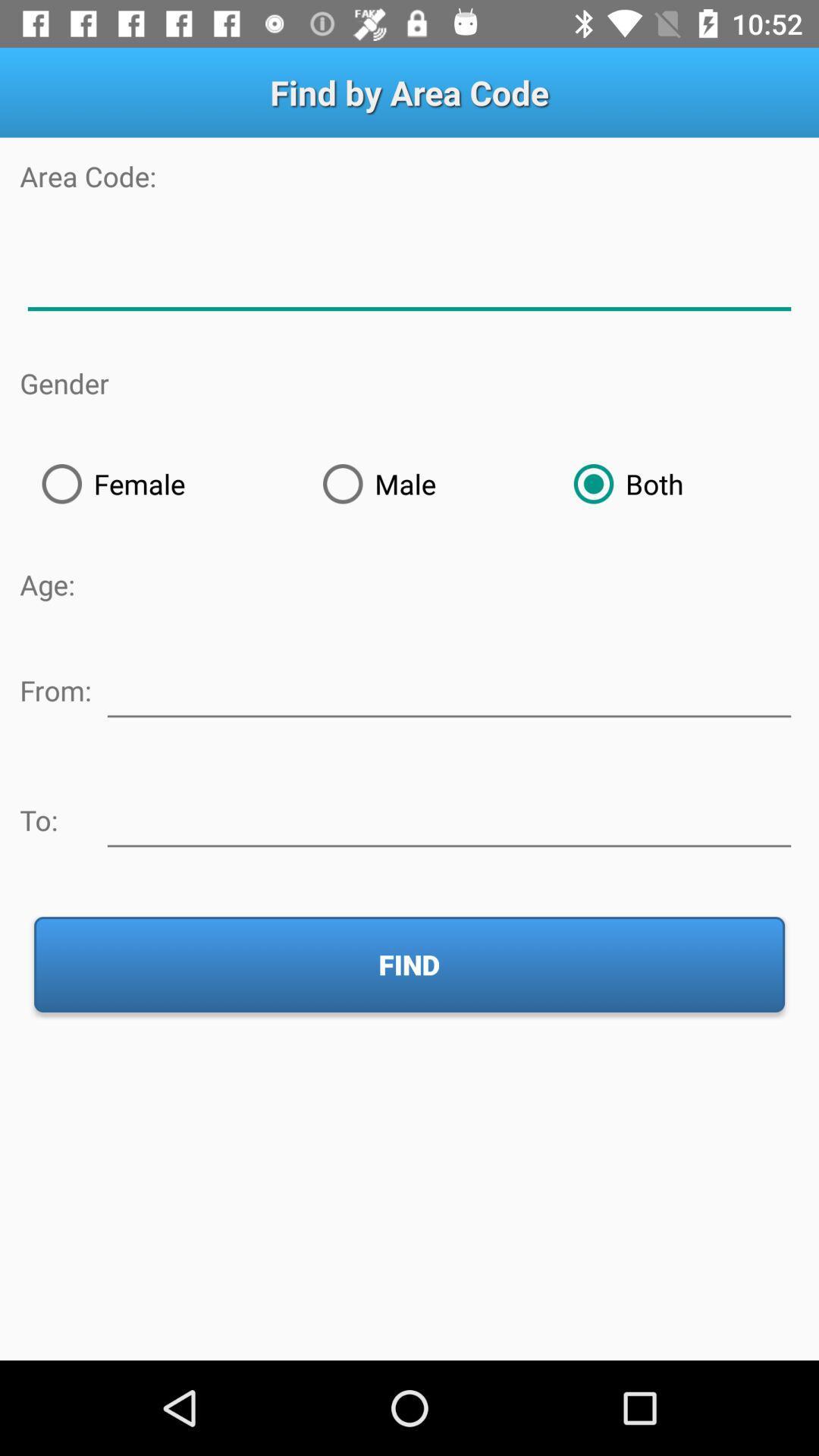  Describe the element at coordinates (409, 280) in the screenshot. I see `area code` at that location.